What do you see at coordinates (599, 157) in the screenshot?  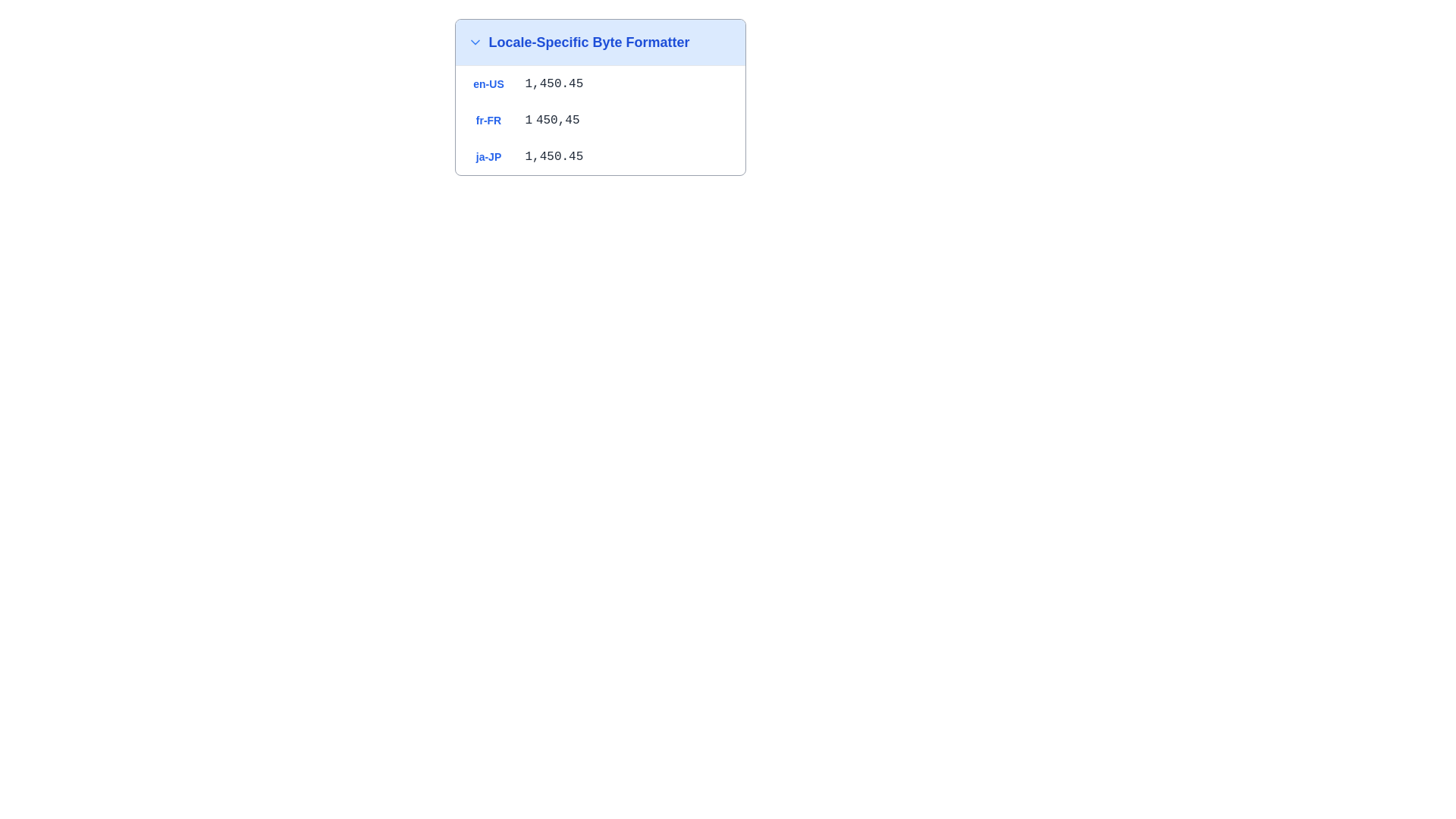 I see `the third row in the list of locale-specific entries that represents the locale 'ja-JP' and the value '1,450.45'` at bounding box center [599, 157].